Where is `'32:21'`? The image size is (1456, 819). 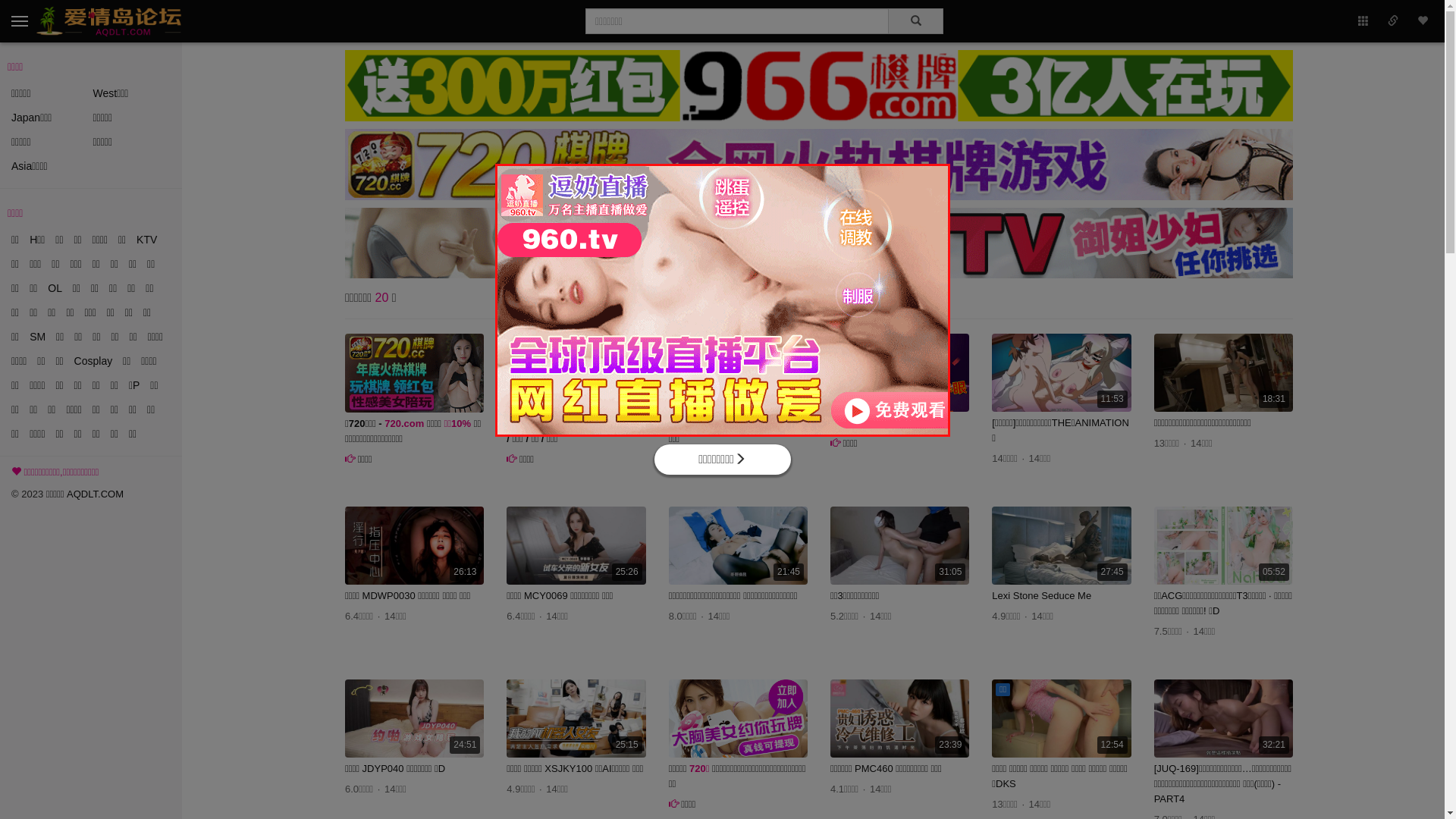
'32:21' is located at coordinates (1223, 717).